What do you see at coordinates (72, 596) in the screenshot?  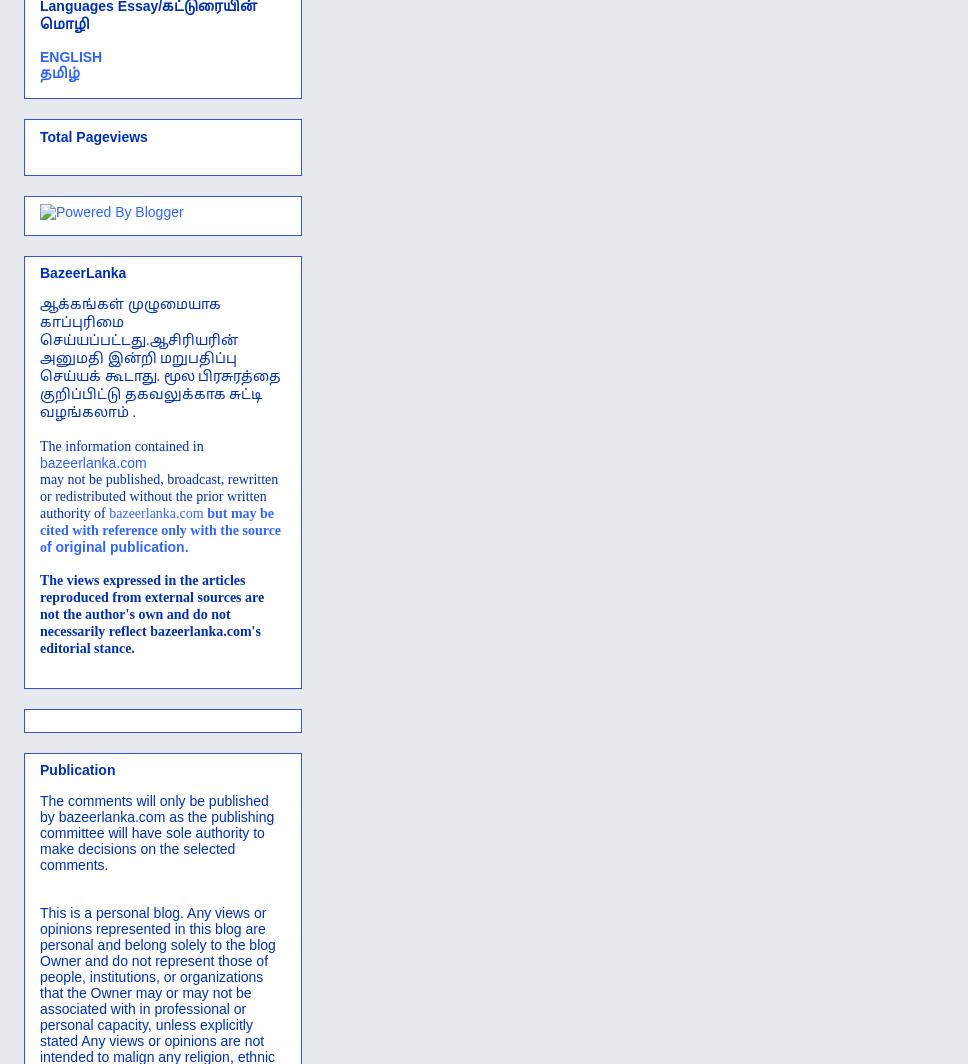 I see `'reproduced'` at bounding box center [72, 596].